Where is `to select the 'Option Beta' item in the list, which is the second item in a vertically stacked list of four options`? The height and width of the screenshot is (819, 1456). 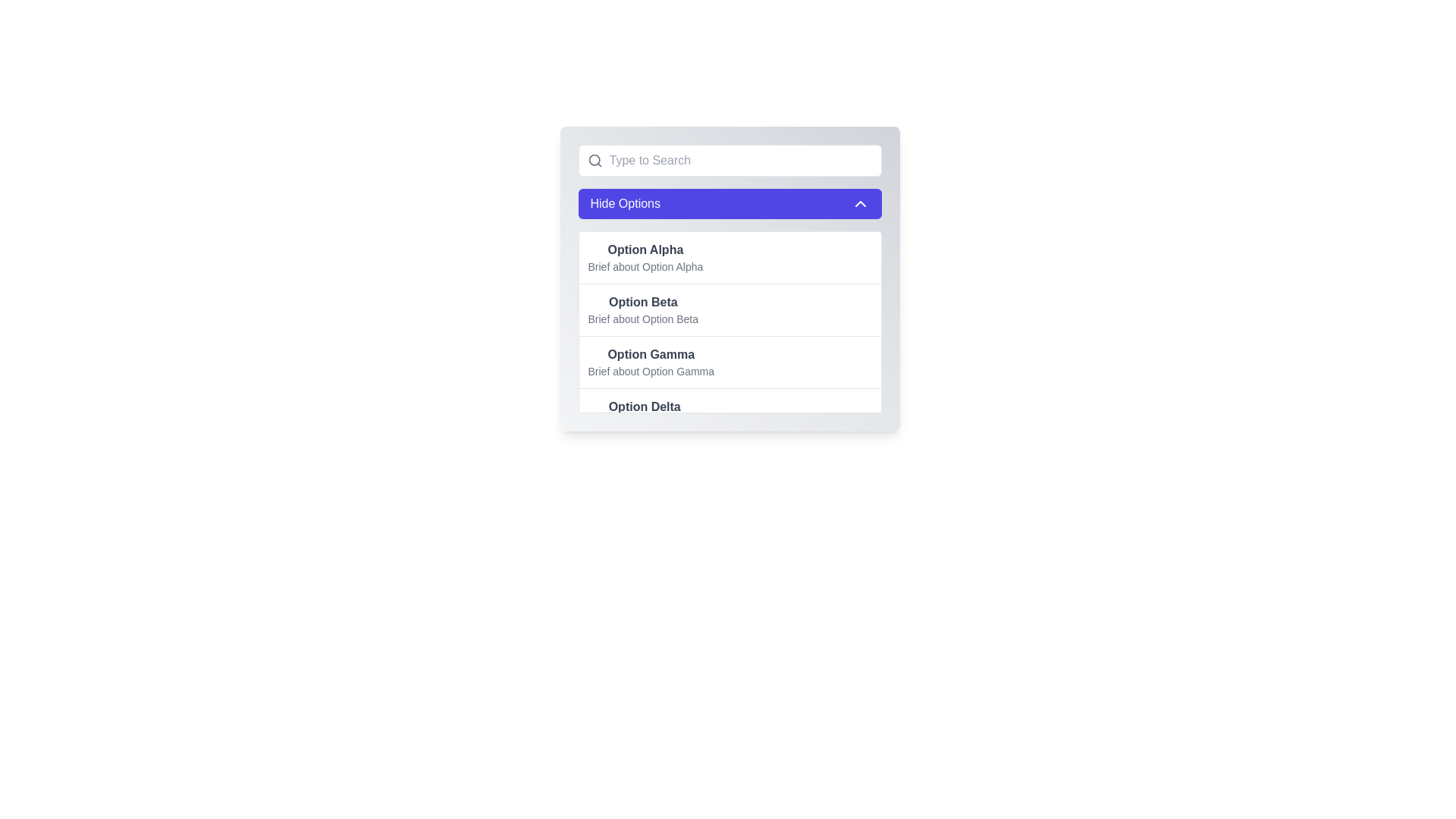
to select the 'Option Beta' item in the list, which is the second item in a vertically stacked list of four options is located at coordinates (730, 309).